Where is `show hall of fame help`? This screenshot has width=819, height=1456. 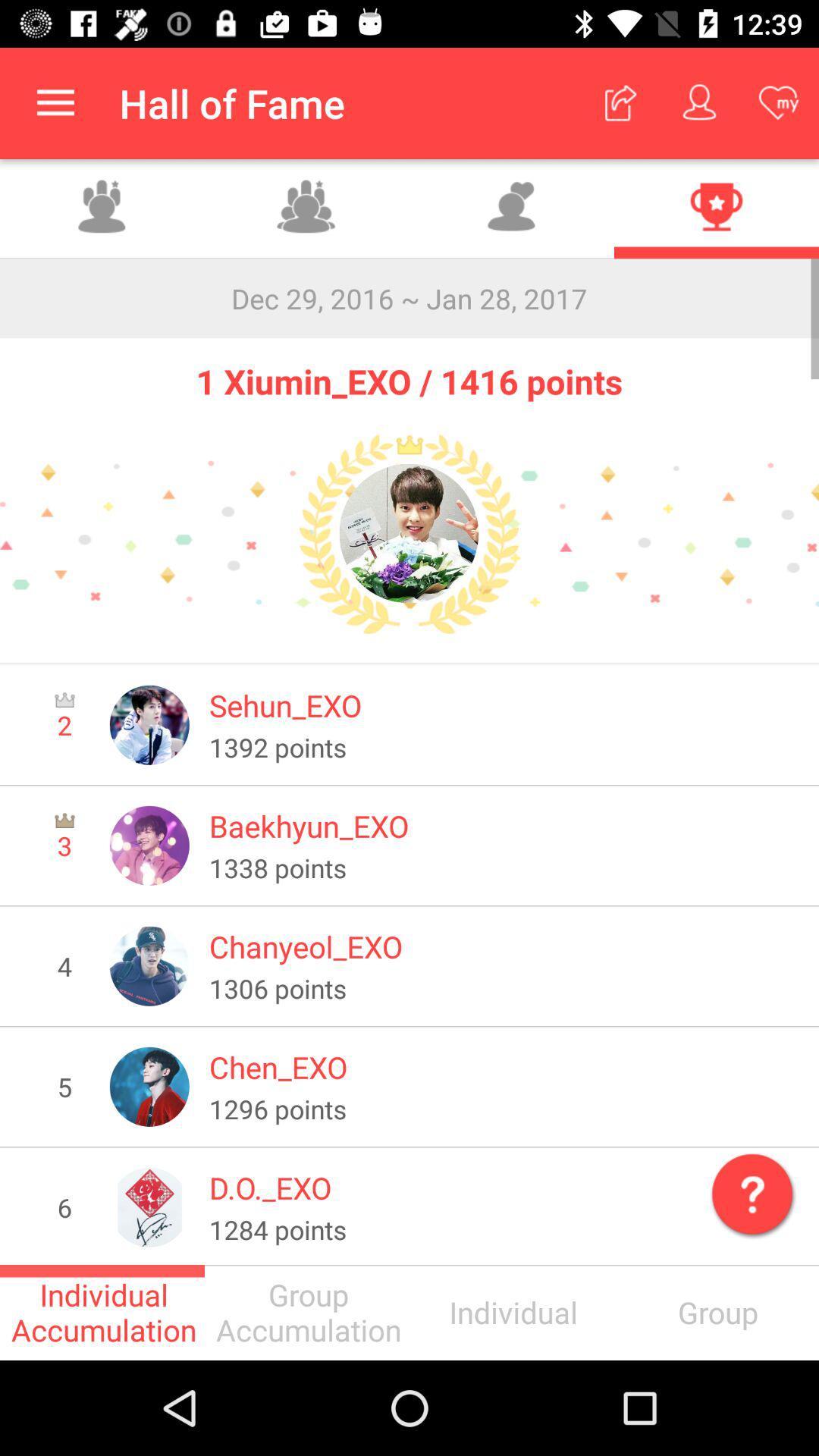 show hall of fame help is located at coordinates (748, 1190).